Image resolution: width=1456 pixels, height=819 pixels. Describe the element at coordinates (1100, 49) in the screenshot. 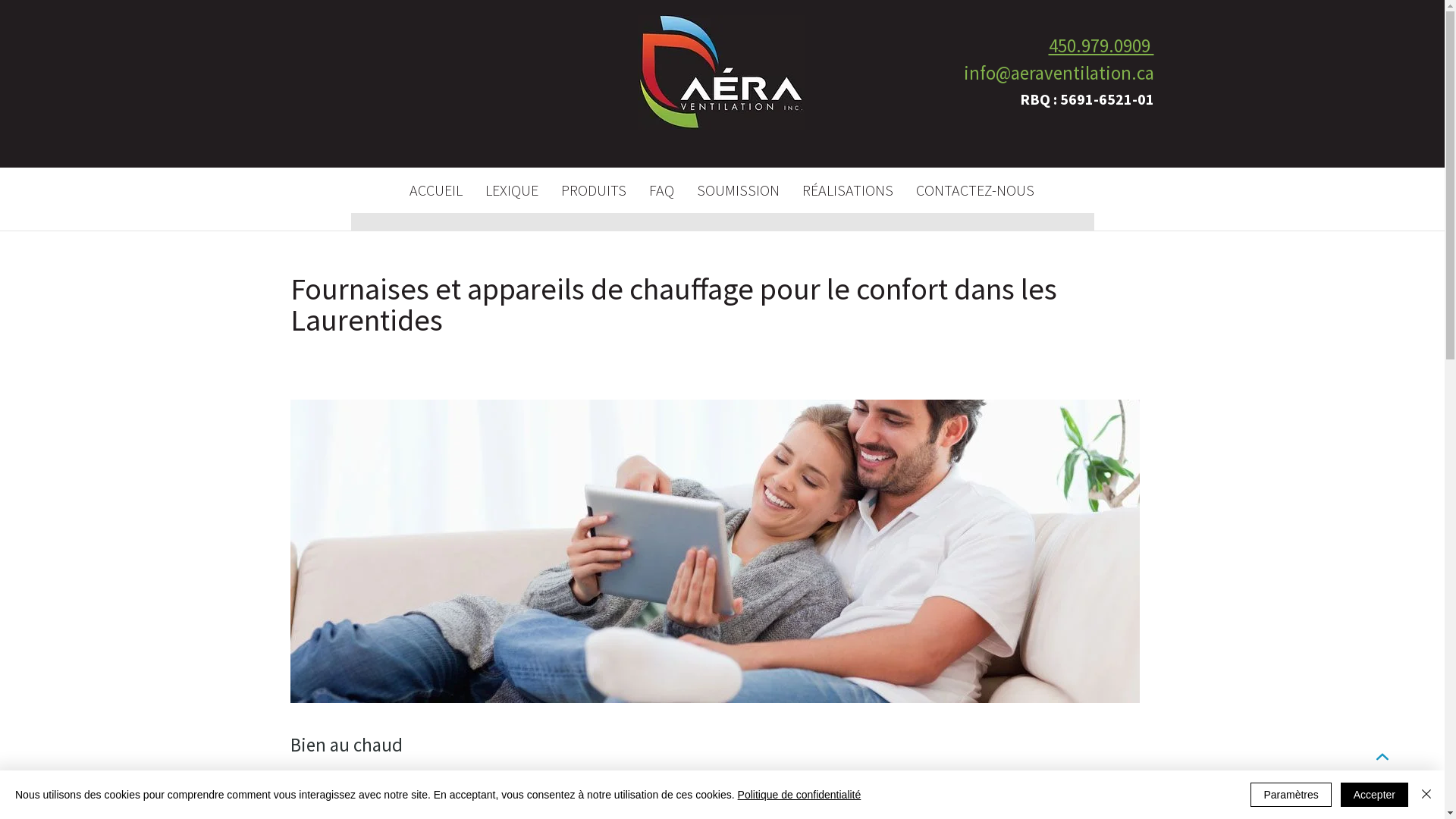

I see `'450.979.0909 '` at that location.